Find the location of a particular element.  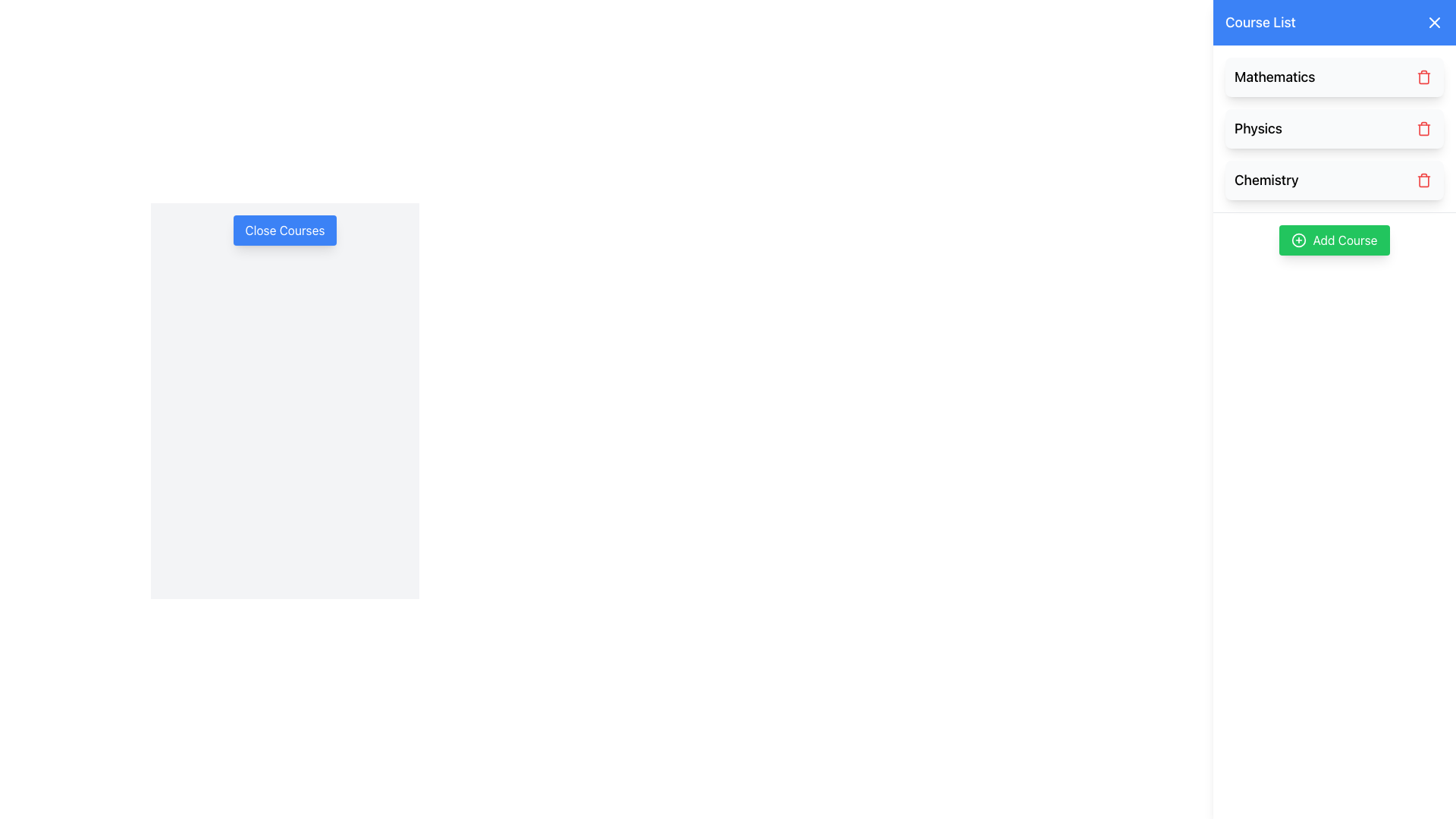

the delete button with a trash bin icon located next to the 'Physics' entry is located at coordinates (1423, 127).